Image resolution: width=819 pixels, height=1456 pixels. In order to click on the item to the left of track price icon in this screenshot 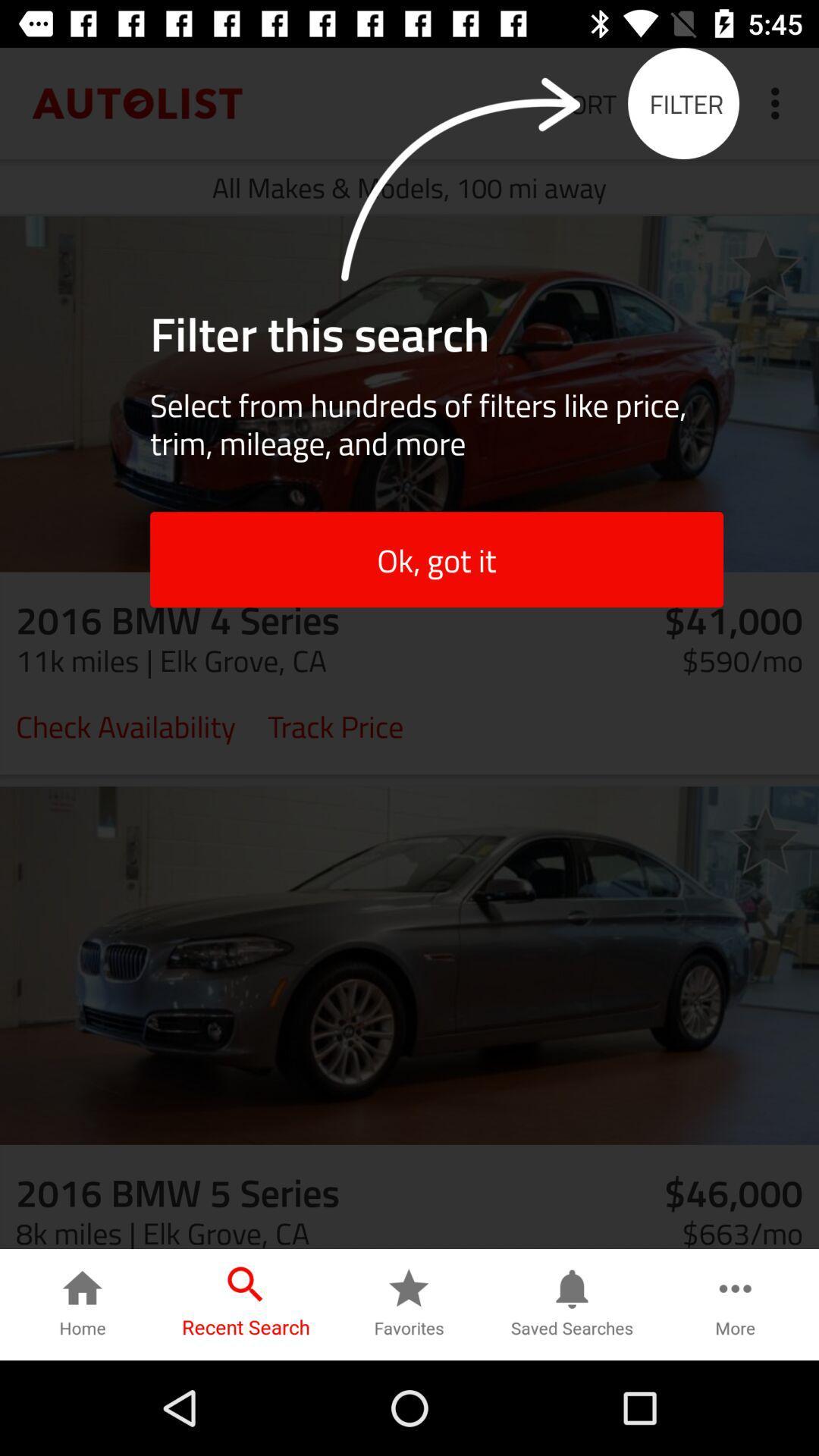, I will do `click(125, 724)`.